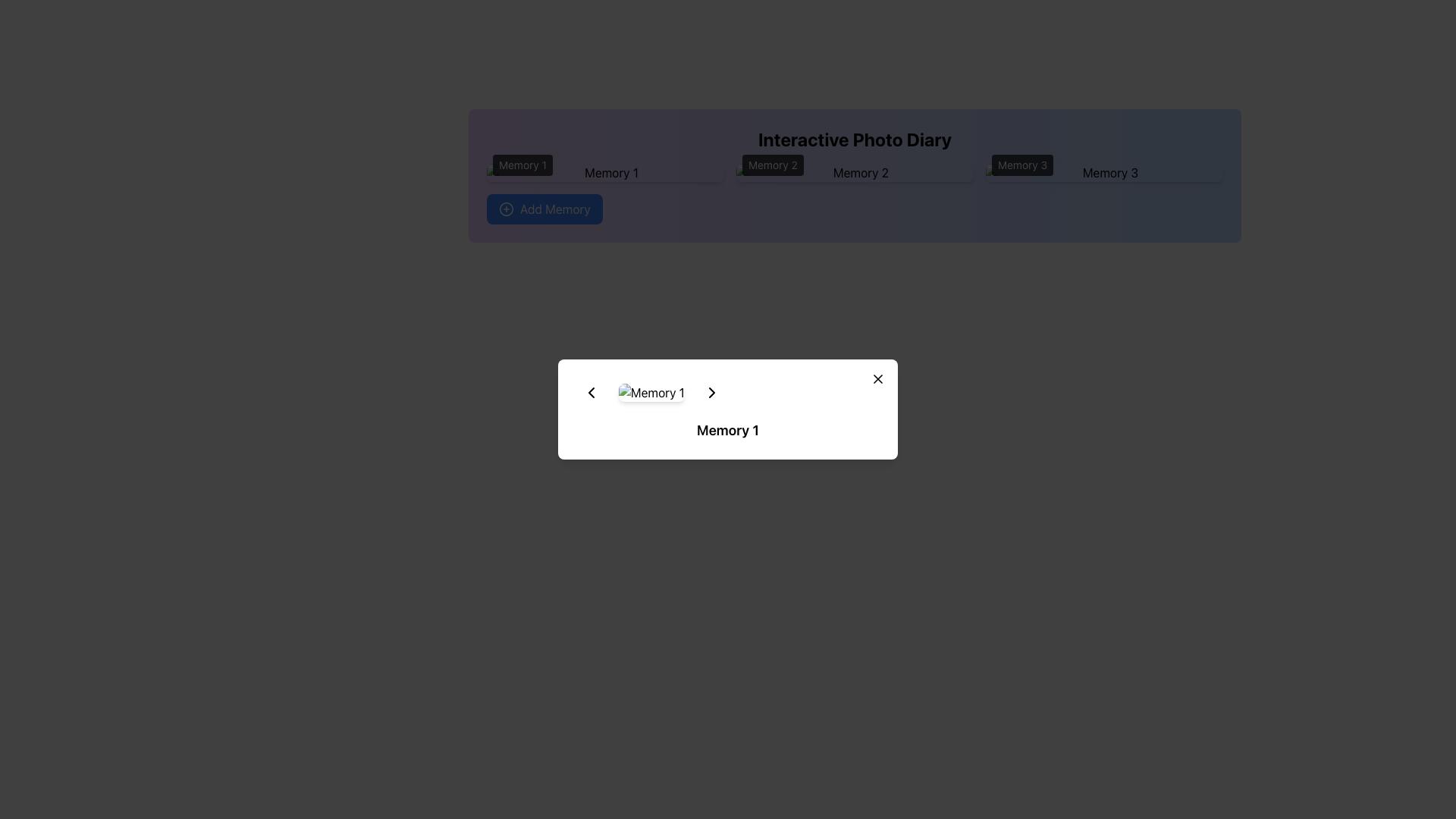 The image size is (1456, 819). Describe the element at coordinates (506, 209) in the screenshot. I see `the hollow circle icon with a plus sign located to the left of the 'Add Memory' button, visually aligned with the button's text label` at that location.